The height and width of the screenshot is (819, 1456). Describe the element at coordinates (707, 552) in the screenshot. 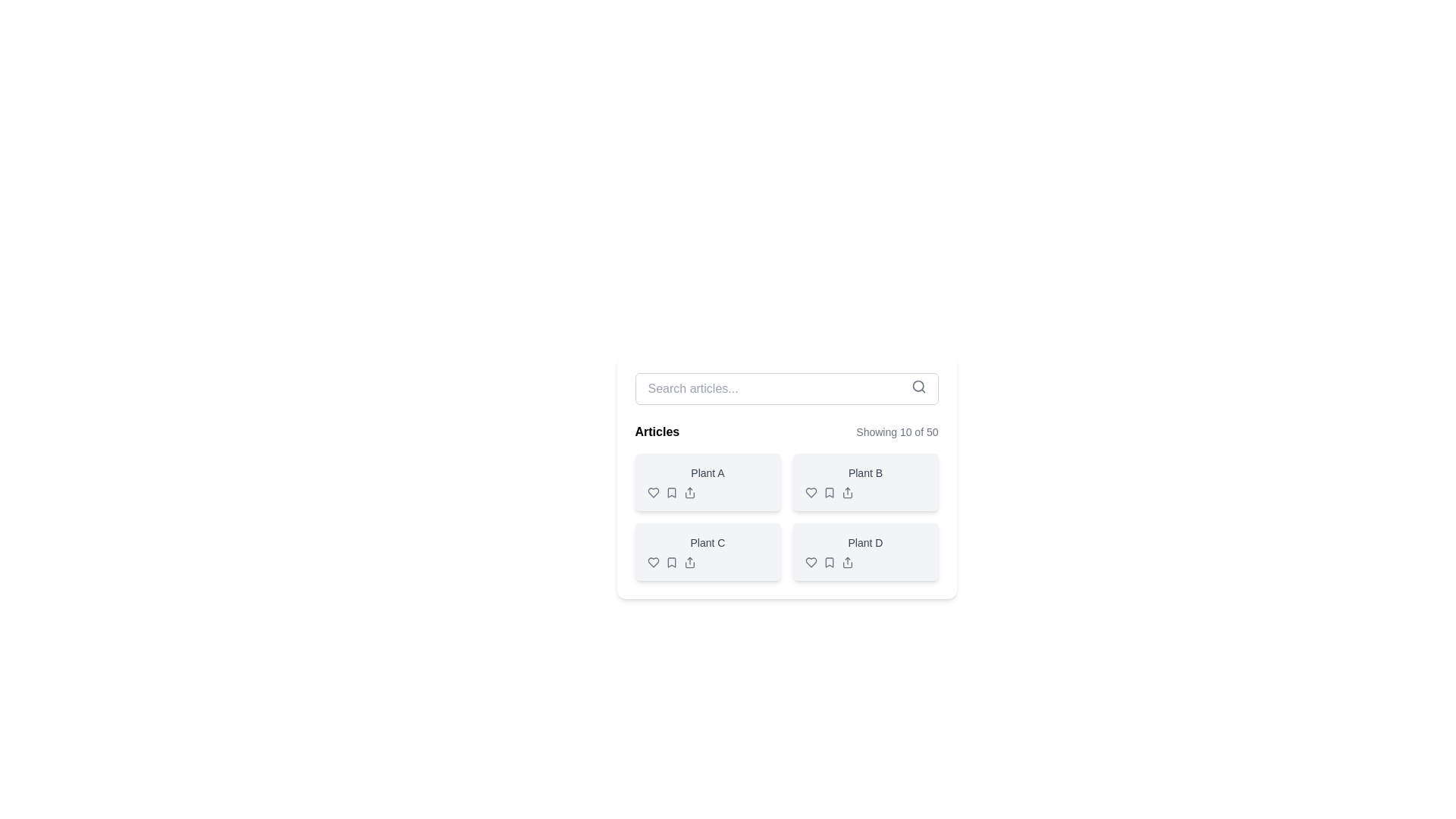

I see `the icons located at the bottom left of the Card UI component labeled 'Plant C', which has a light grey background and rounded corners` at that location.